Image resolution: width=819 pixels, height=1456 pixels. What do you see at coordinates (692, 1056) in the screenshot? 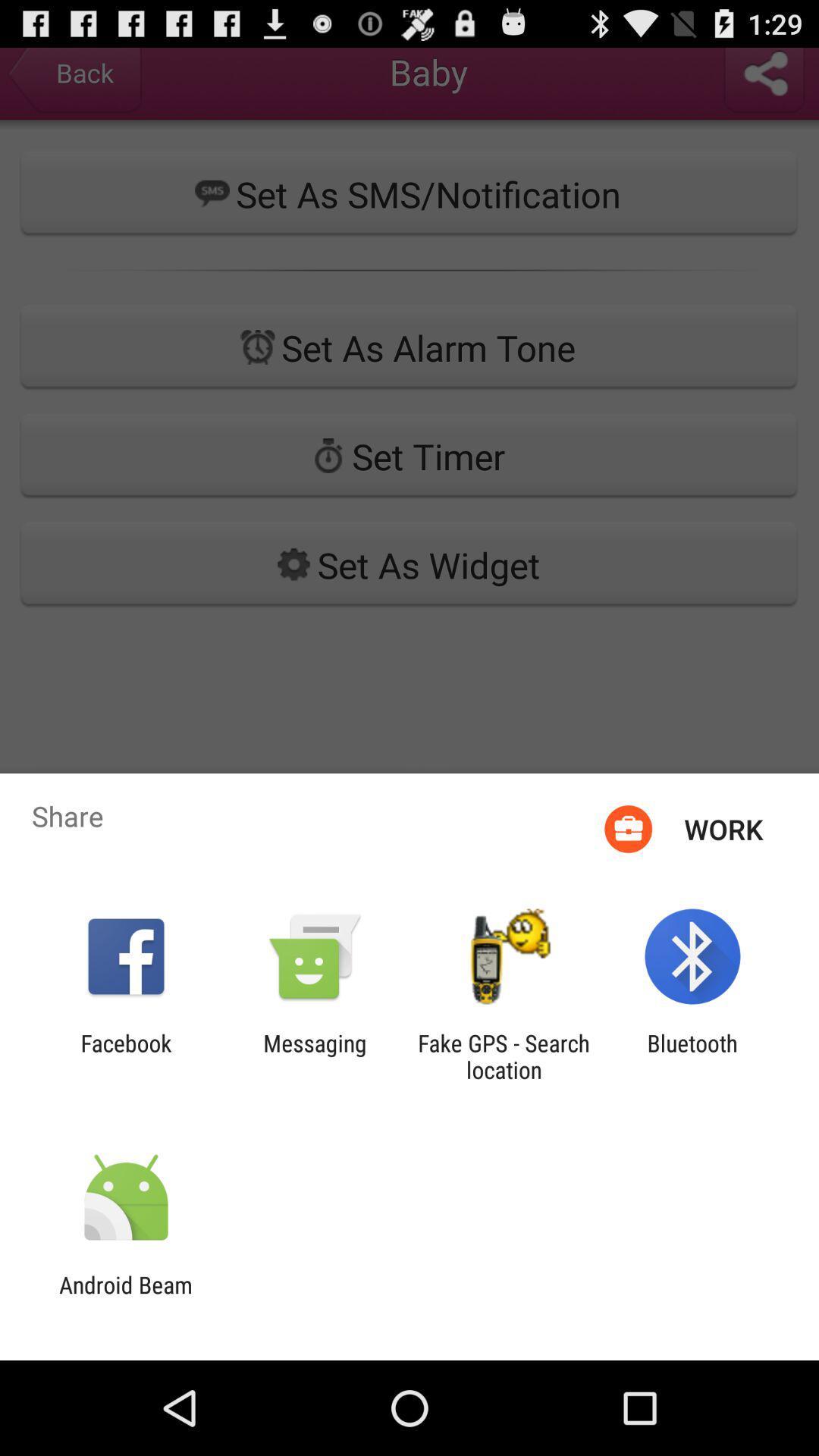
I see `item to the right of the fake gps search app` at bounding box center [692, 1056].